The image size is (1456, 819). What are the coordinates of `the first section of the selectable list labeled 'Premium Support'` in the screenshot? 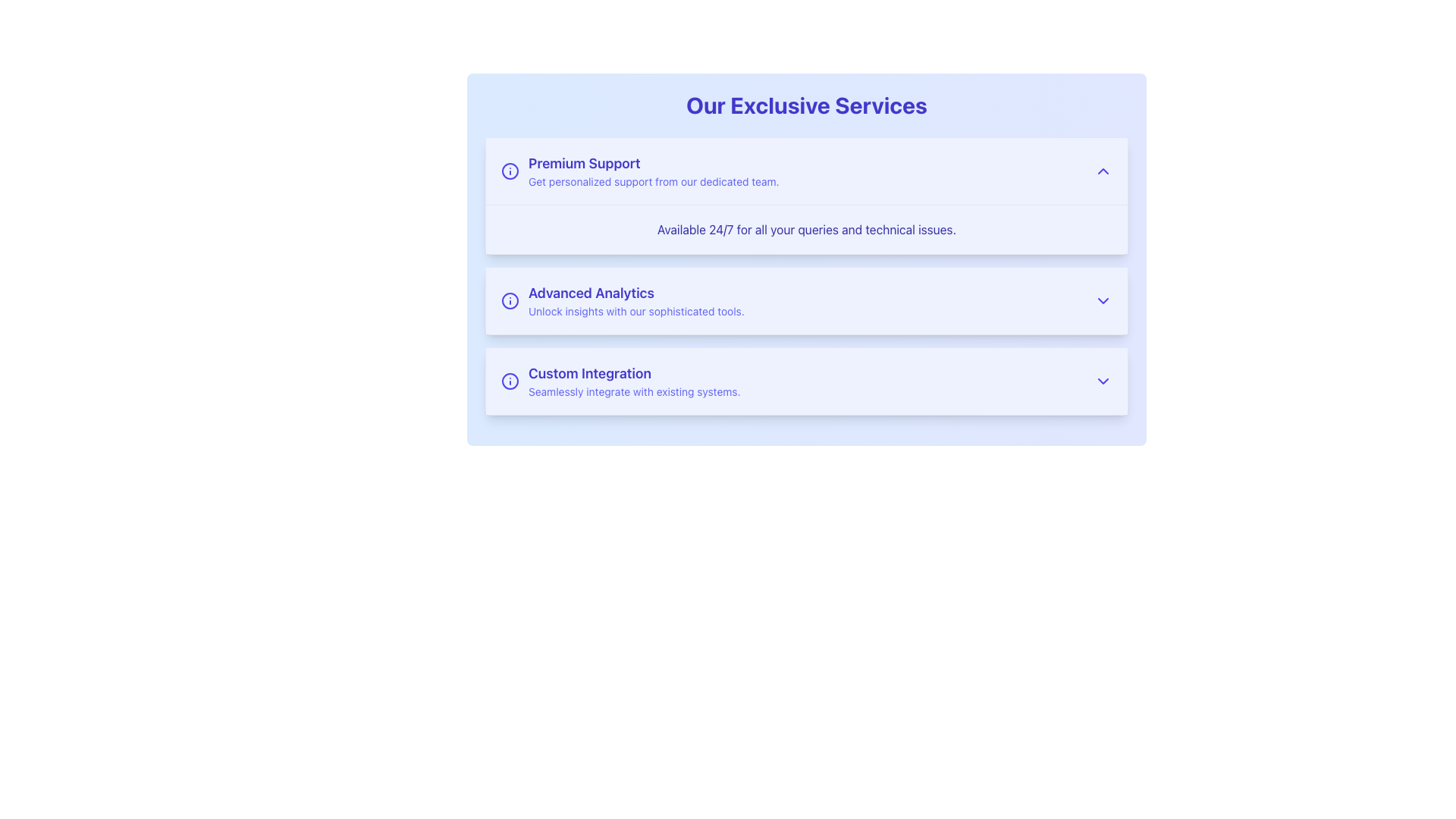 It's located at (640, 171).